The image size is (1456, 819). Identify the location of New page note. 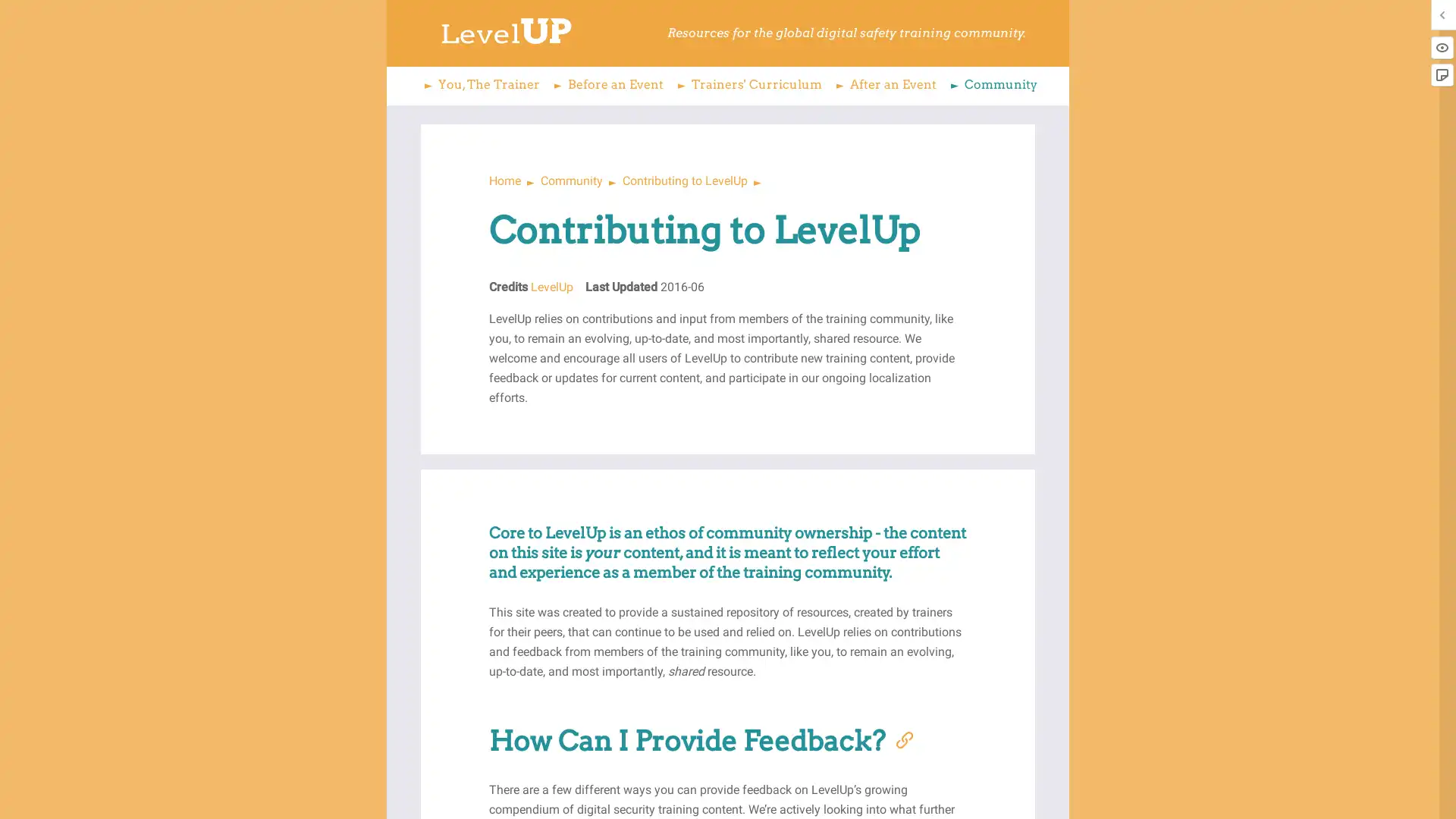
(1441, 75).